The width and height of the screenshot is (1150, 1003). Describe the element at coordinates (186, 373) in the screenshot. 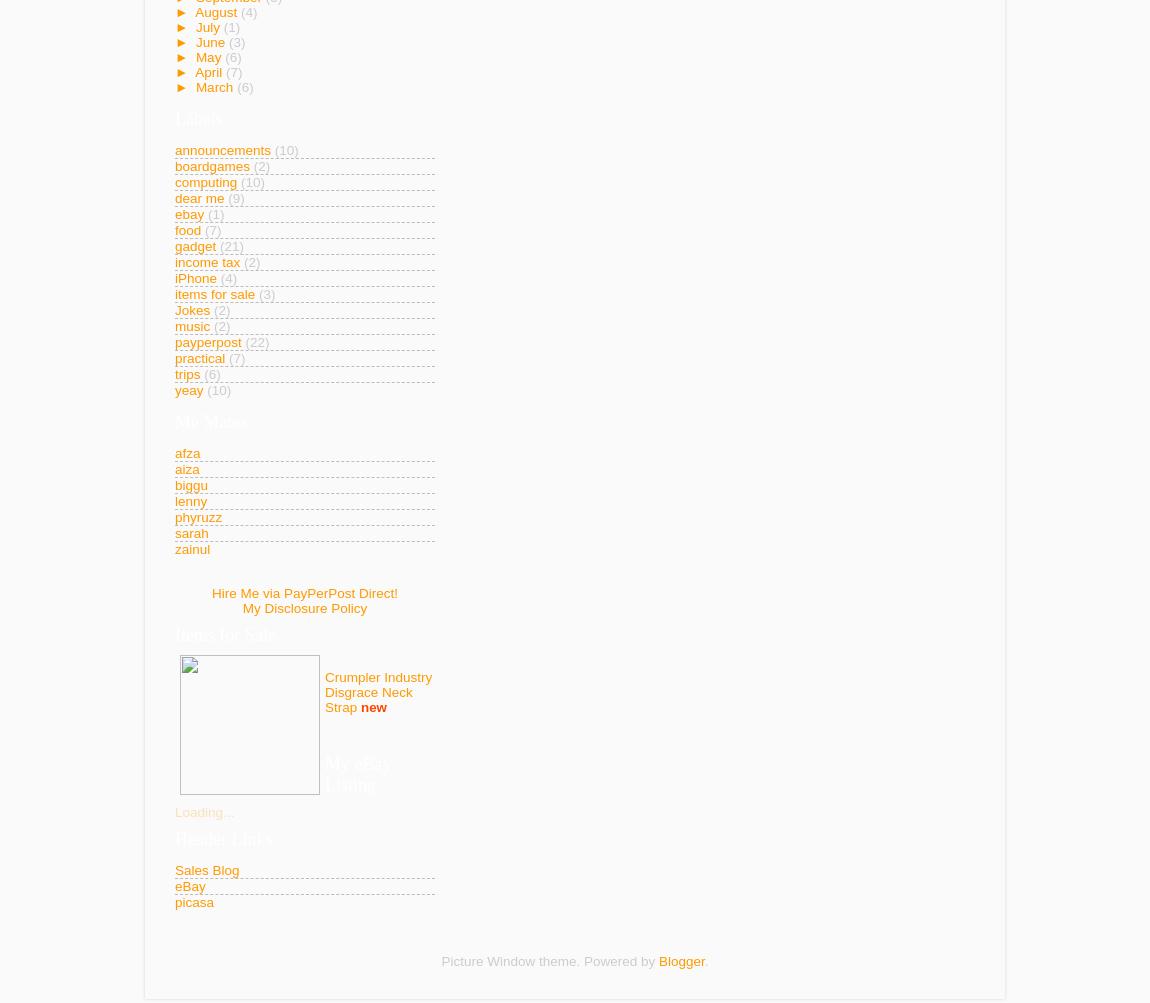

I see `'trips'` at that location.